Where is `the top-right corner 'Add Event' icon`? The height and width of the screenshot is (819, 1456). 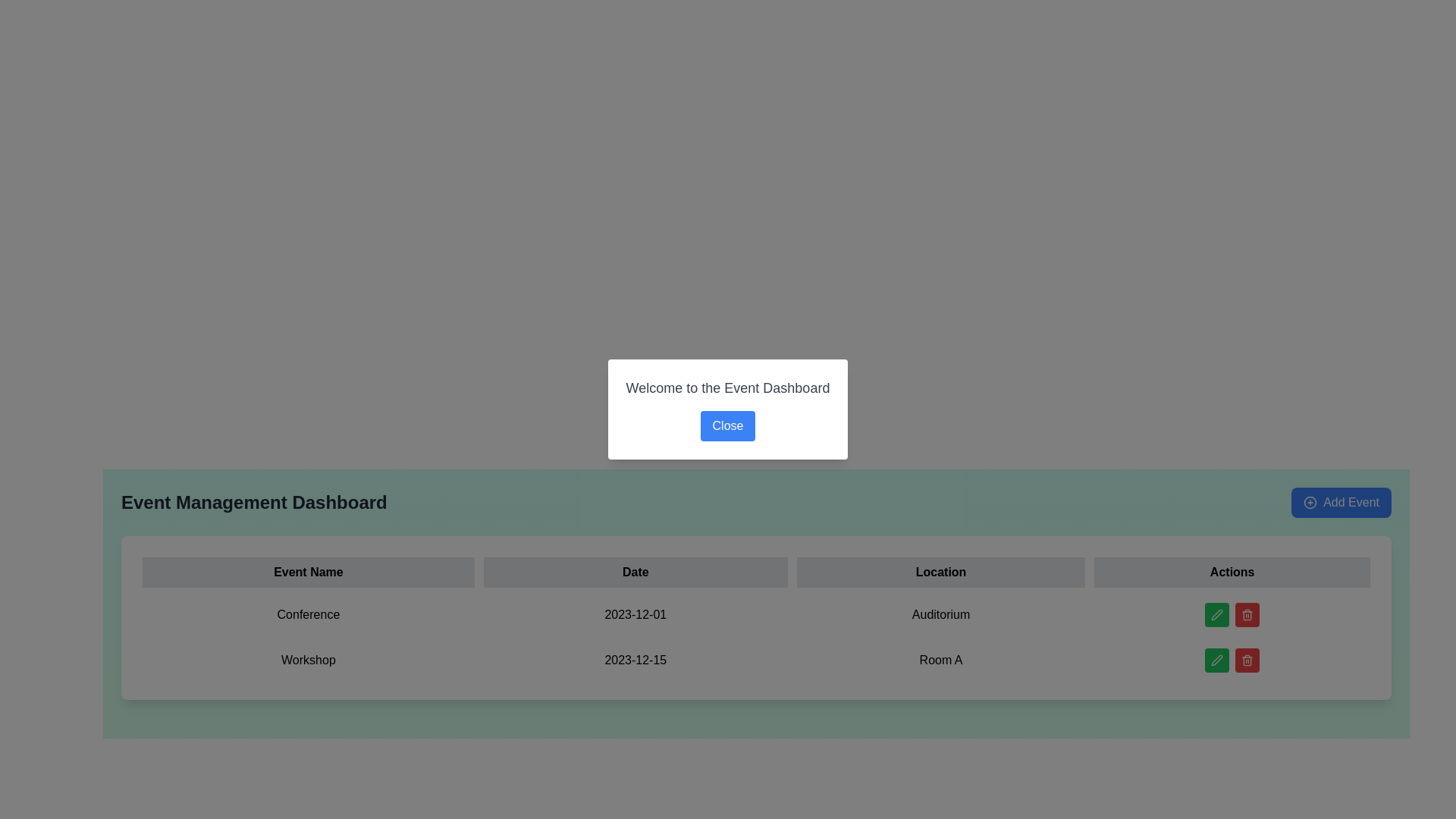 the top-right corner 'Add Event' icon is located at coordinates (1310, 503).